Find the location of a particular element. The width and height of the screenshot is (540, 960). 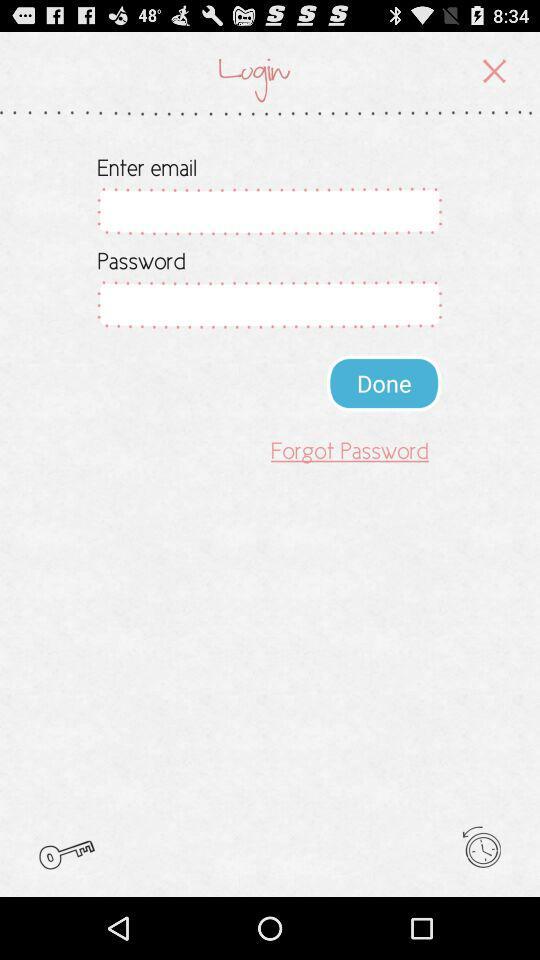

the forgot password item is located at coordinates (349, 450).